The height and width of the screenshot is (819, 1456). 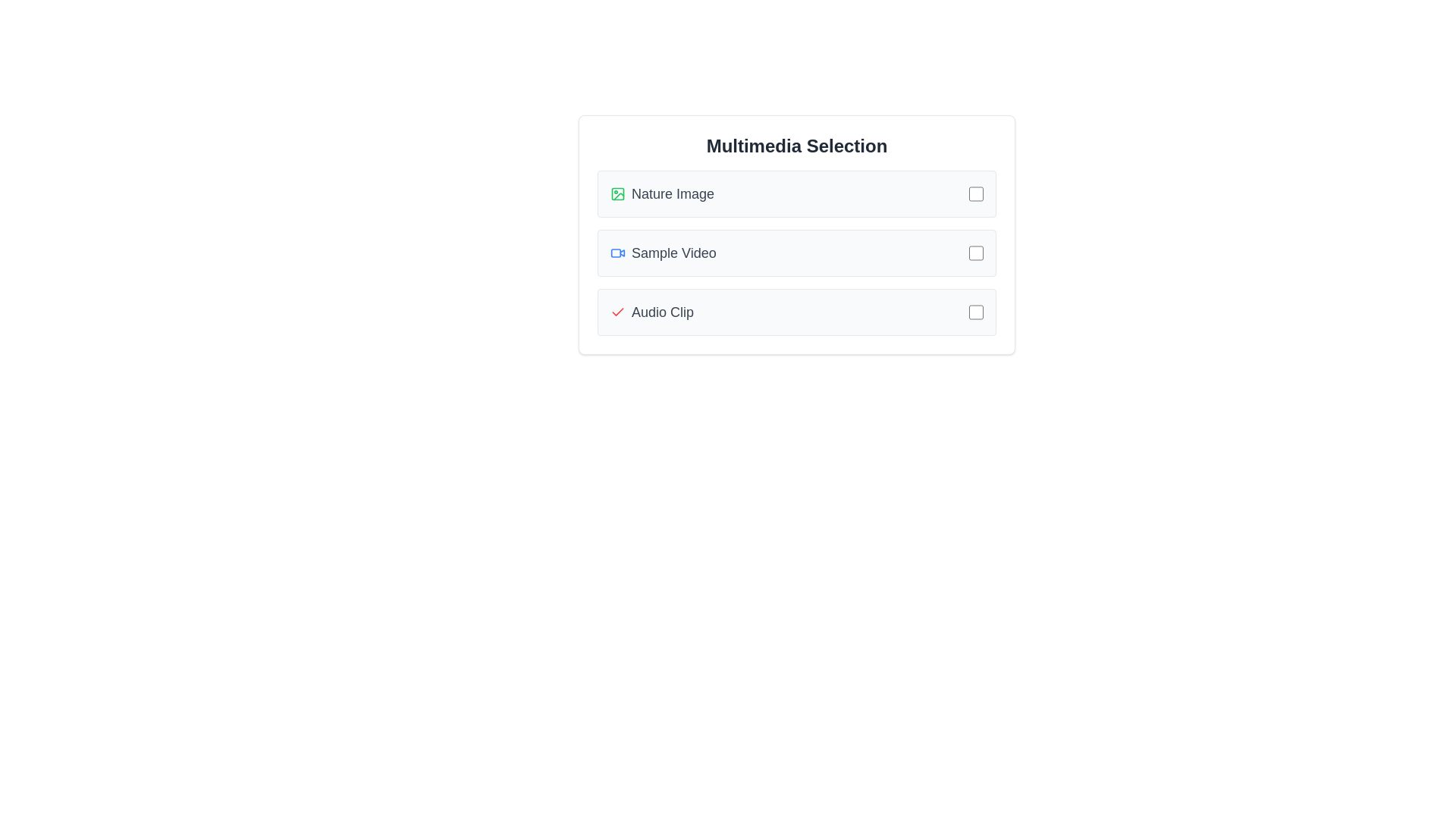 What do you see at coordinates (976, 193) in the screenshot?
I see `the checkbox for the 'Nature Image' multimedia option by moving the cursor to its center point for keyboard interaction` at bounding box center [976, 193].